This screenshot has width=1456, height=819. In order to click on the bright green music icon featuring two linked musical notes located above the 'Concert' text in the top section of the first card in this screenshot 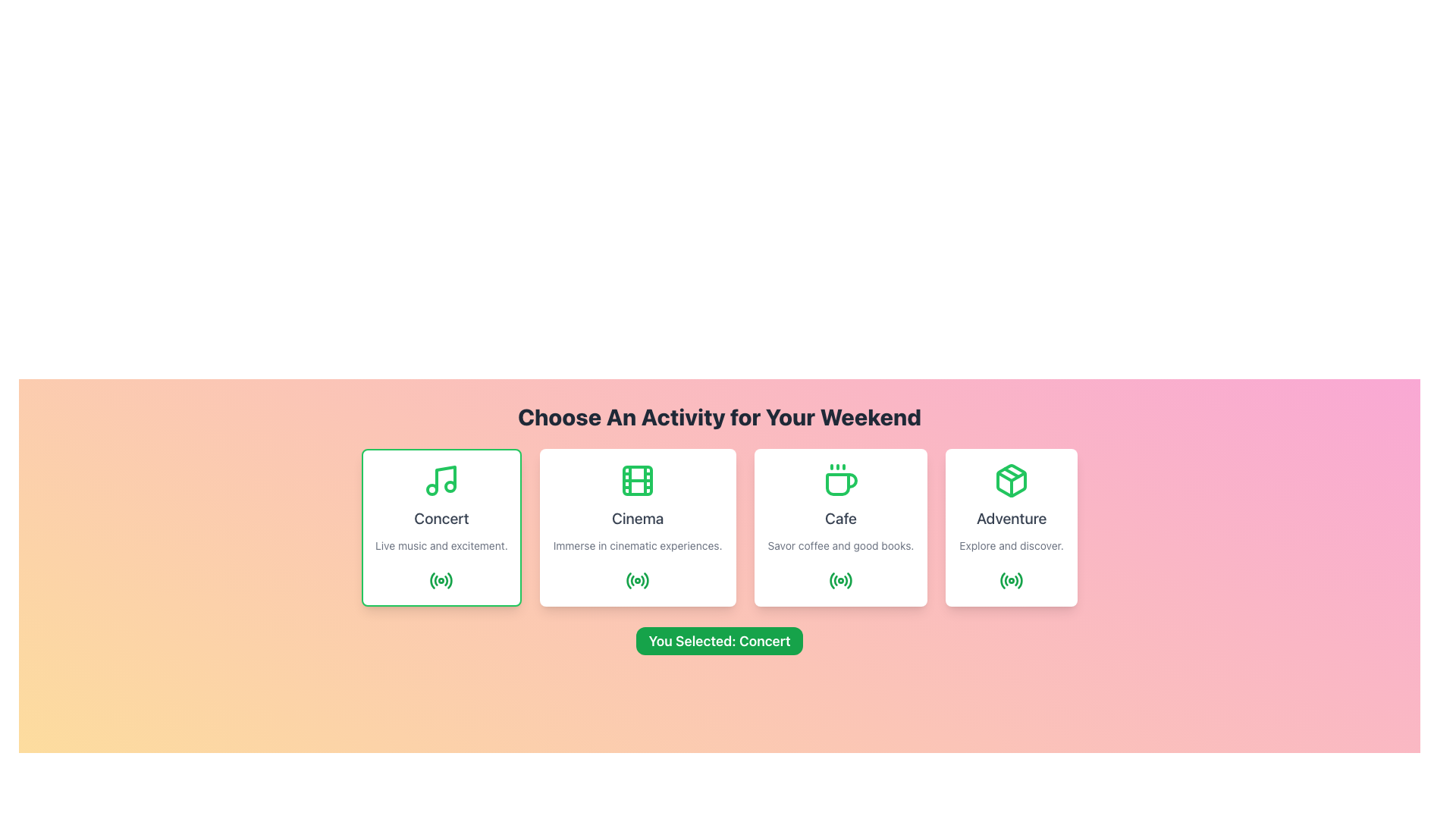, I will do `click(441, 480)`.